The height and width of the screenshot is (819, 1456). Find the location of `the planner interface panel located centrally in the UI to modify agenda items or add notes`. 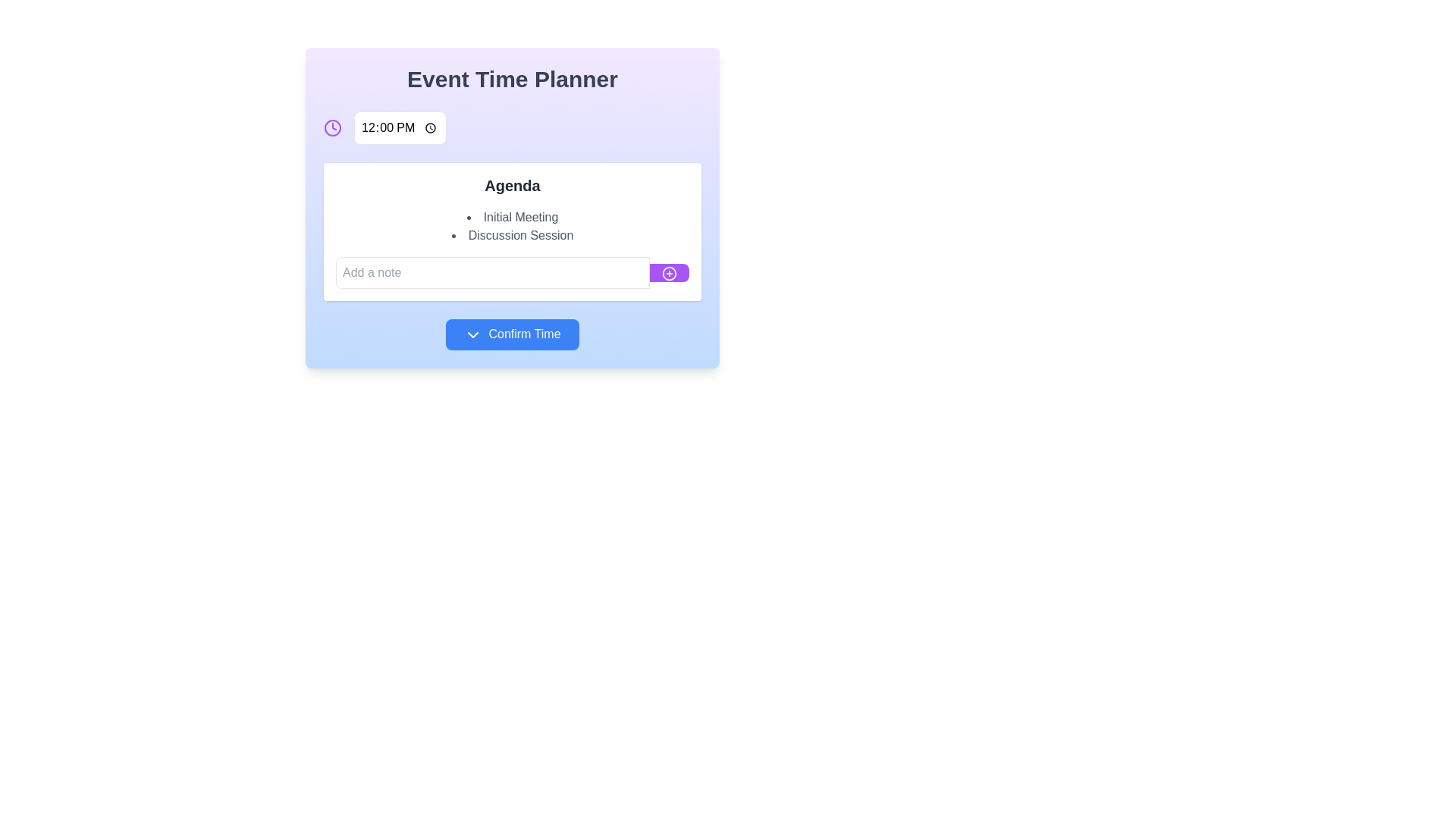

the planner interface panel located centrally in the UI to modify agenda items or add notes is located at coordinates (513, 207).